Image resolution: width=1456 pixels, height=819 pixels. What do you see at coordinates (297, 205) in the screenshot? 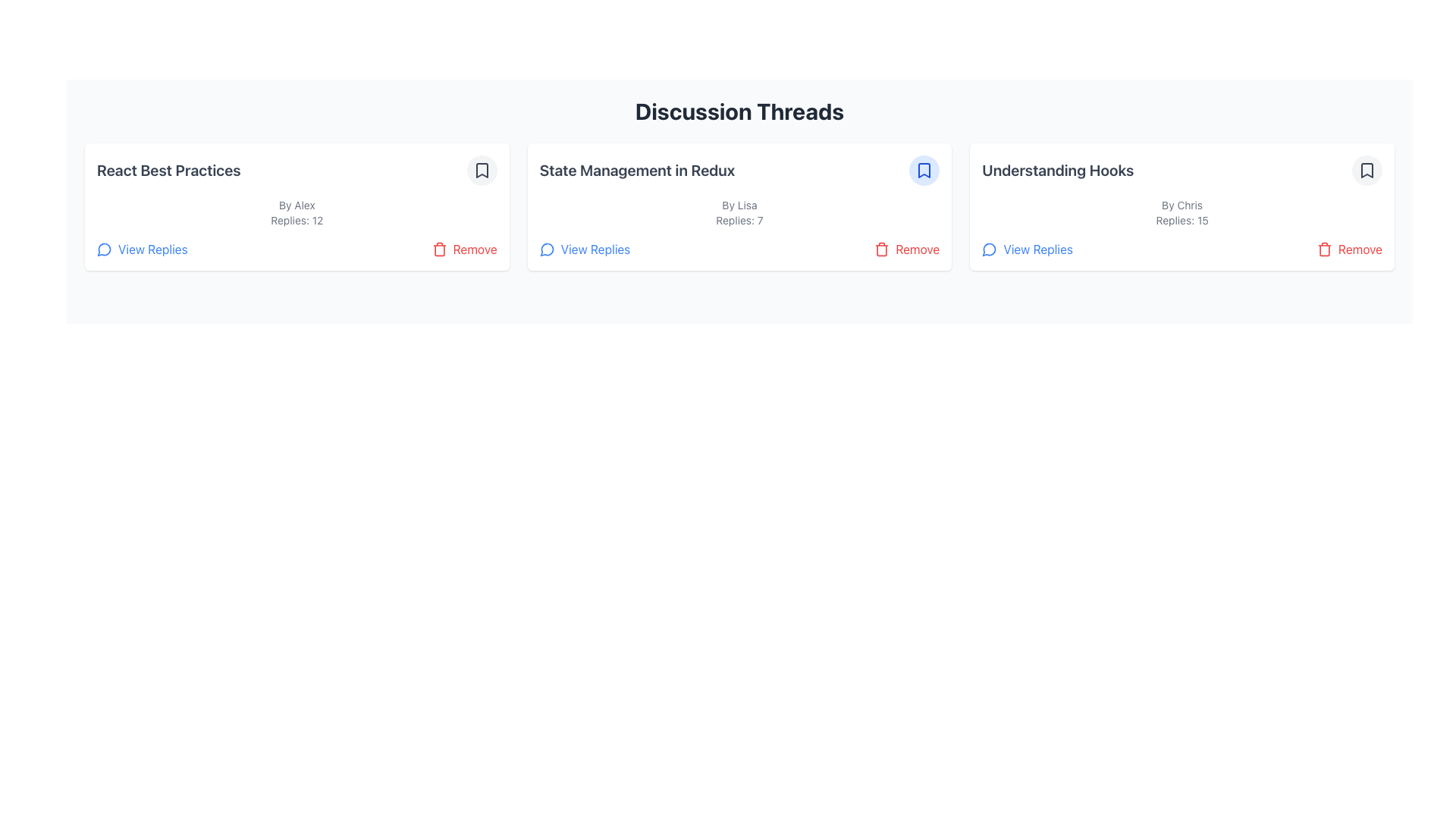
I see `the text label 'By Alex' which is styled with a small, light gray font, located under the header 'React Best Practices' and above the 'Replies: 12' section in the first discussion card` at bounding box center [297, 205].